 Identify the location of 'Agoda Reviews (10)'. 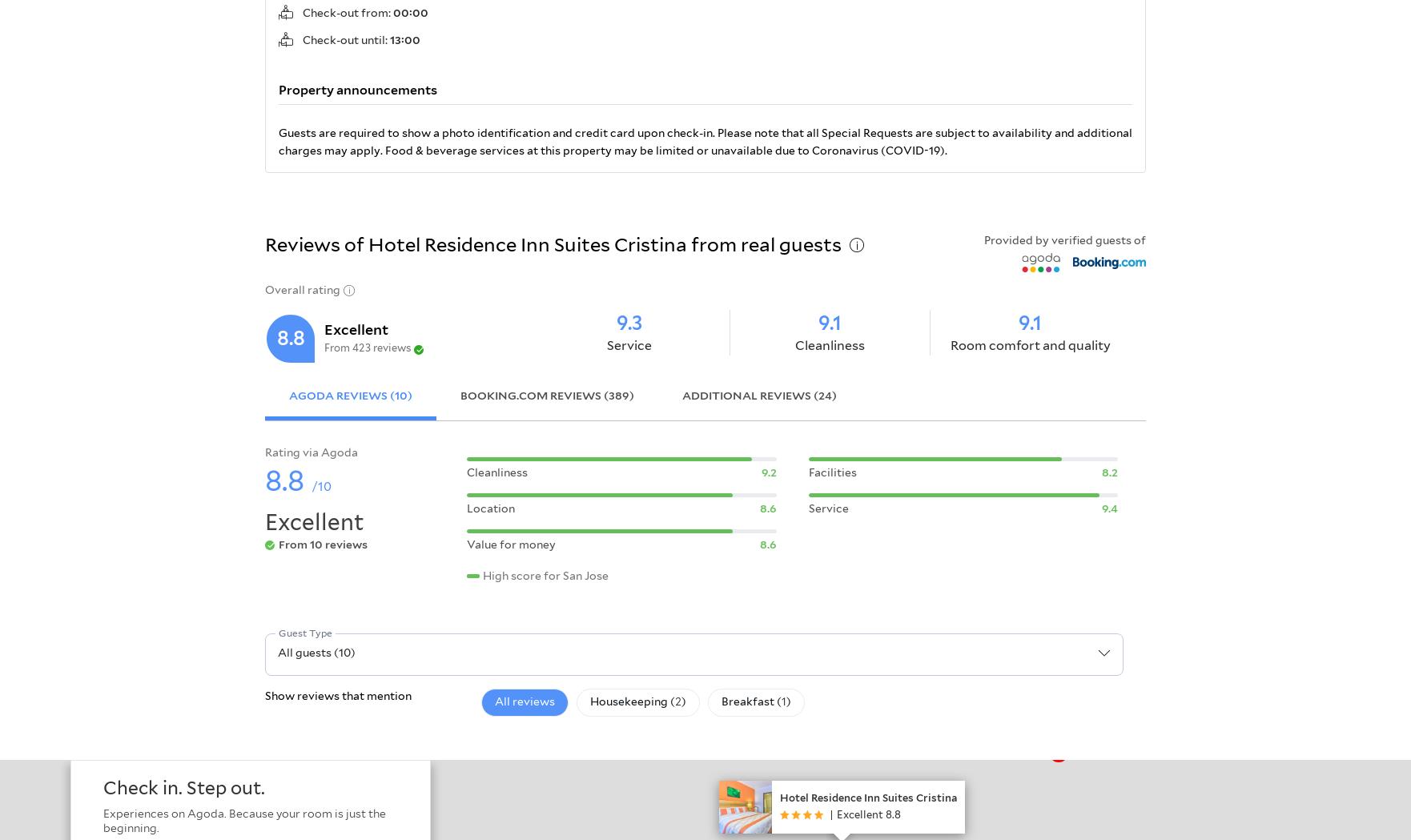
(351, 394).